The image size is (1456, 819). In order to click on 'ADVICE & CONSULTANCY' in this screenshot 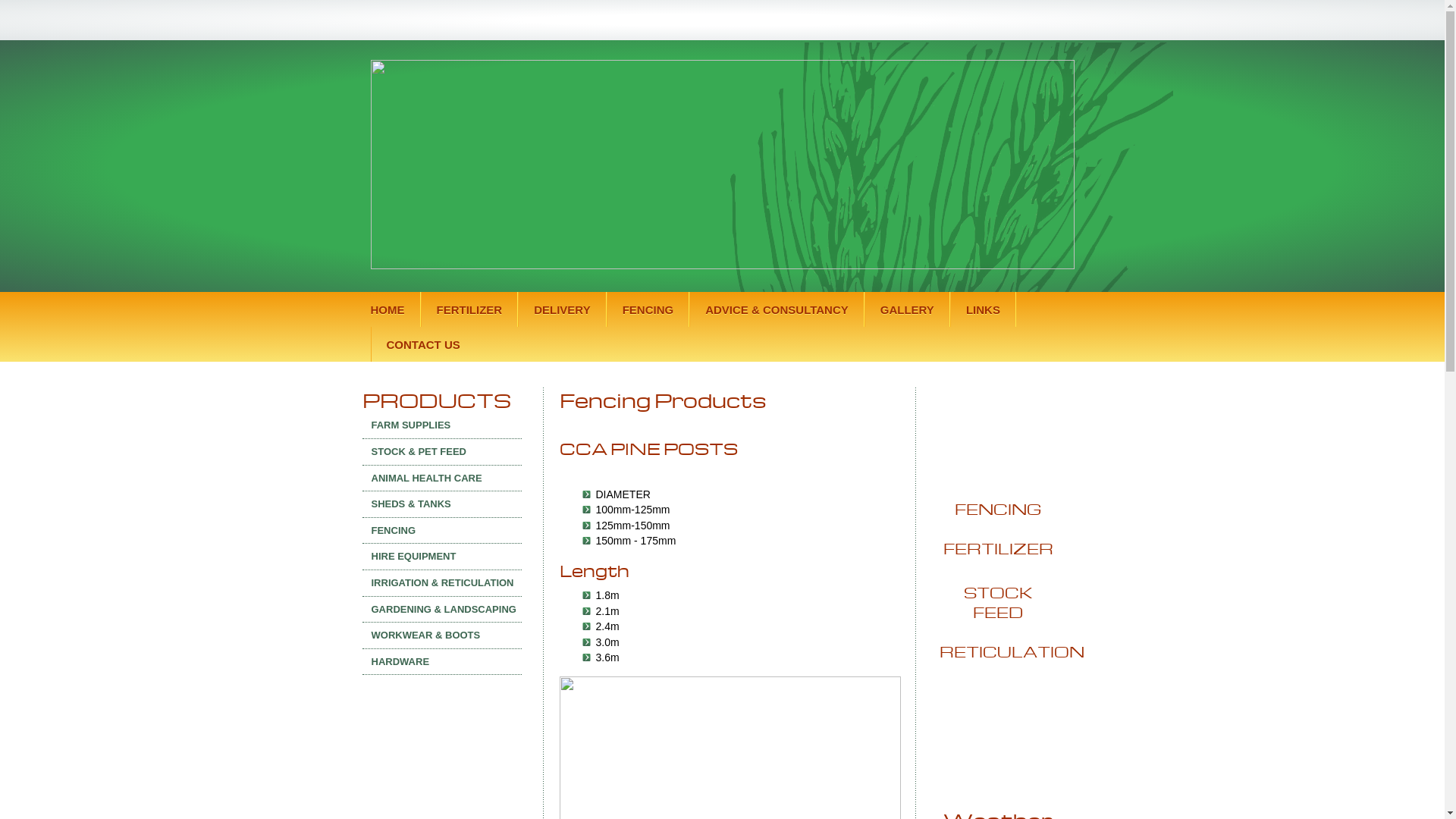, I will do `click(777, 309)`.